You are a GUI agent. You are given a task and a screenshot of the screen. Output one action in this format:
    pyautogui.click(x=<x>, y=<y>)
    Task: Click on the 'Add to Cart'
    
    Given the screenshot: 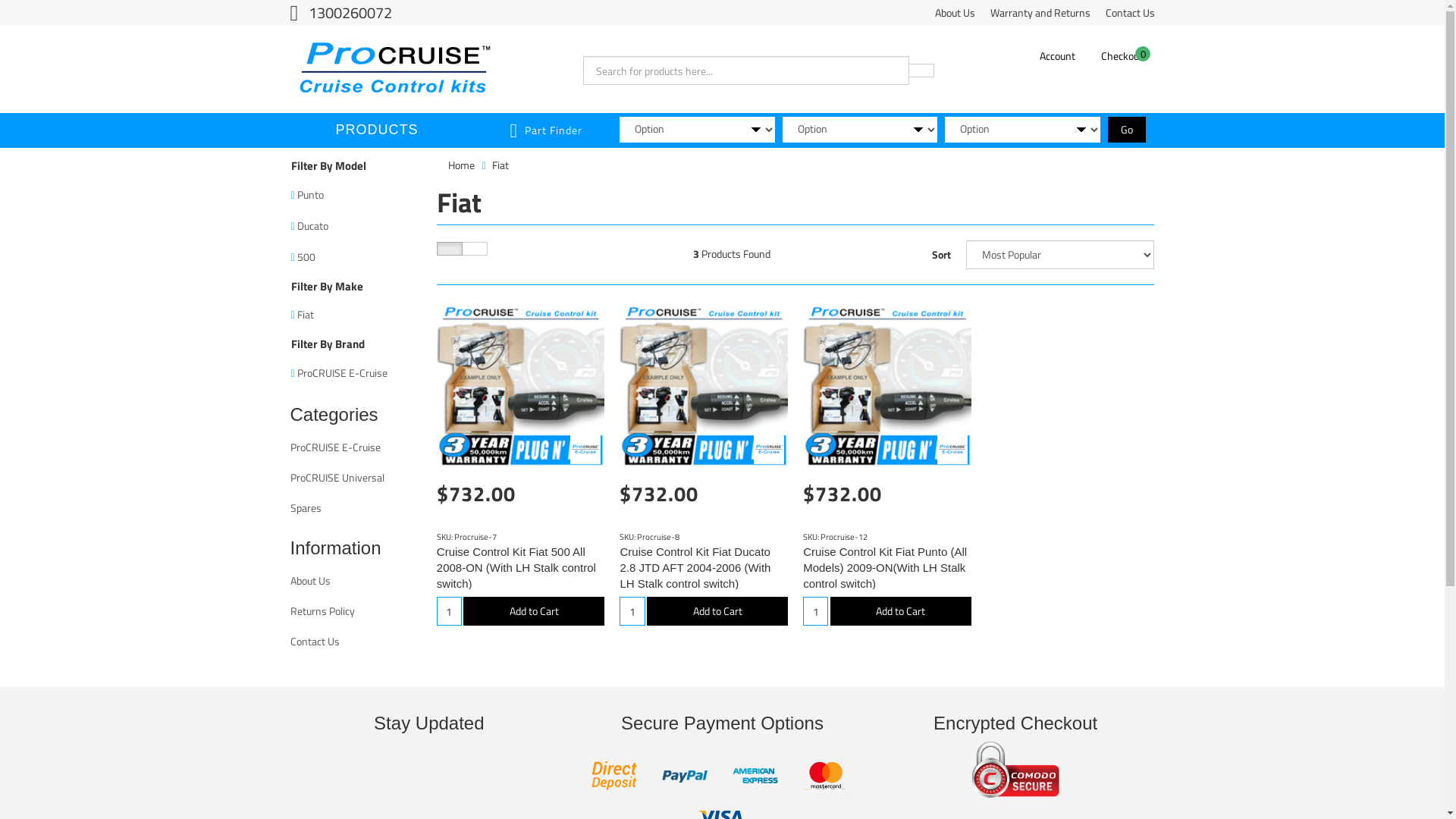 What is the action you would take?
    pyautogui.click(x=534, y=610)
    